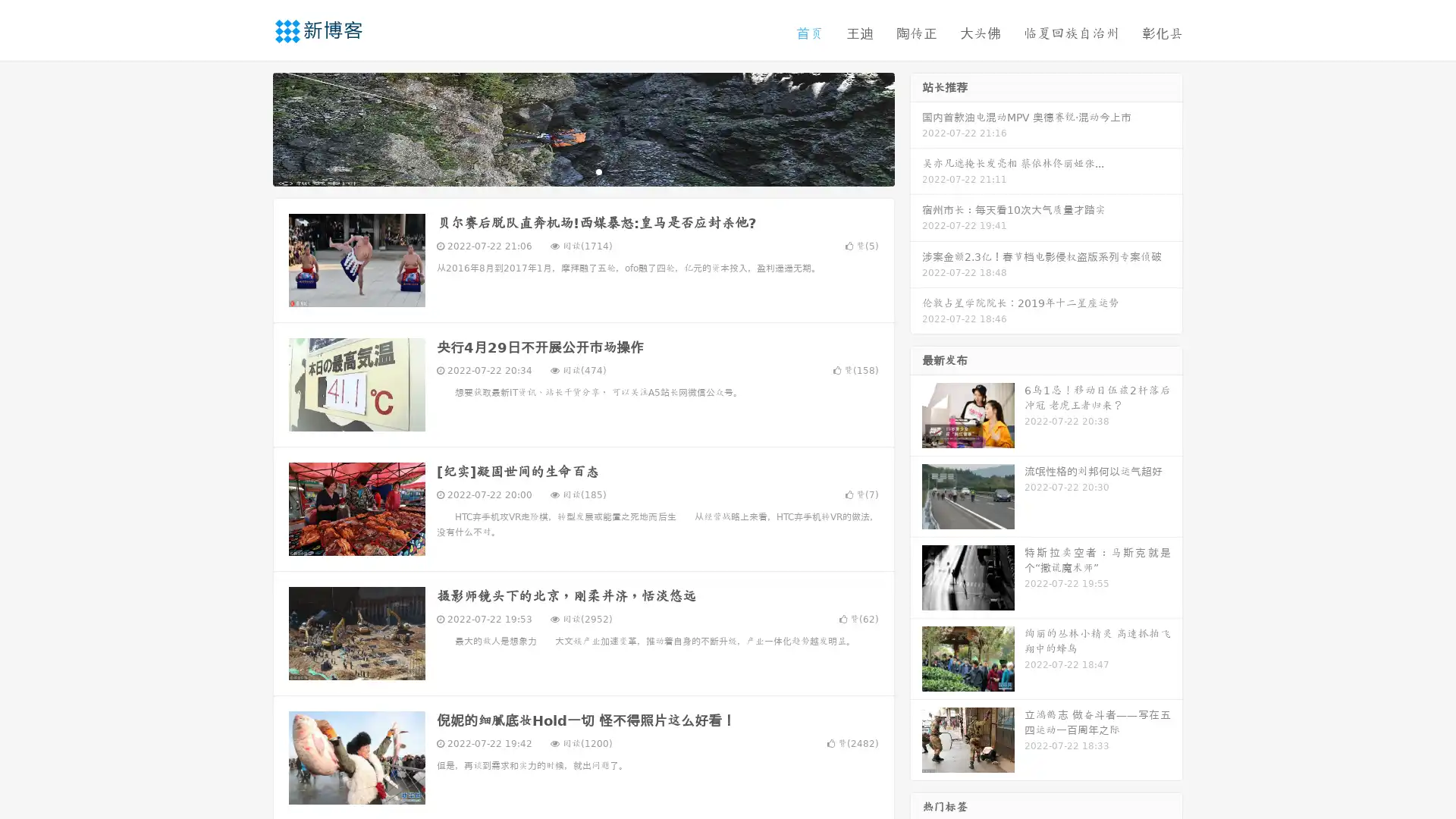 The width and height of the screenshot is (1456, 819). I want to click on Previous slide, so click(250, 127).